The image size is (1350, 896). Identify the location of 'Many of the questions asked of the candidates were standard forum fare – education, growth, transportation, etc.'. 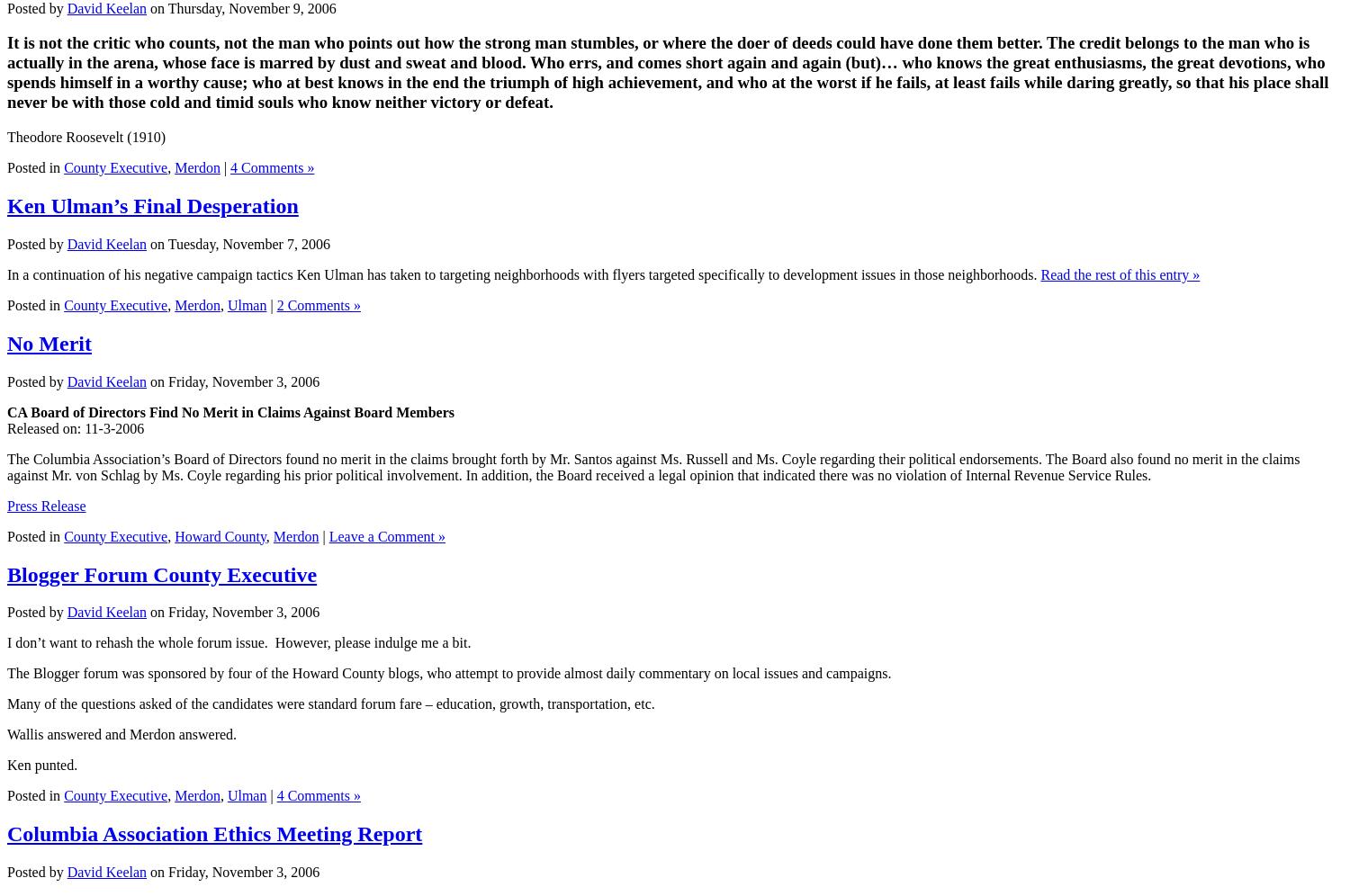
(6, 703).